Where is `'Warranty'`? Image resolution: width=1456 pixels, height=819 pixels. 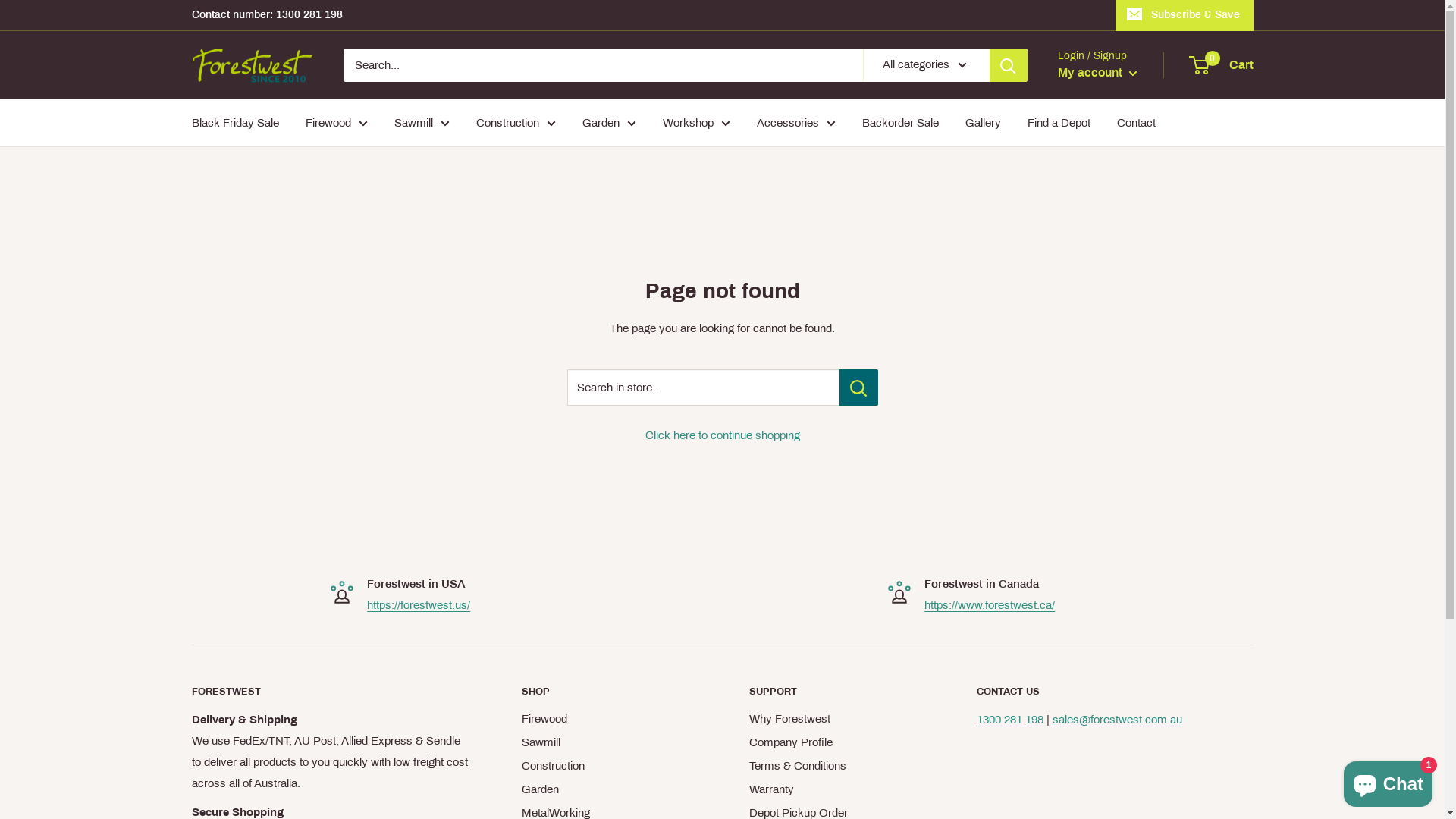
'Warranty' is located at coordinates (836, 789).